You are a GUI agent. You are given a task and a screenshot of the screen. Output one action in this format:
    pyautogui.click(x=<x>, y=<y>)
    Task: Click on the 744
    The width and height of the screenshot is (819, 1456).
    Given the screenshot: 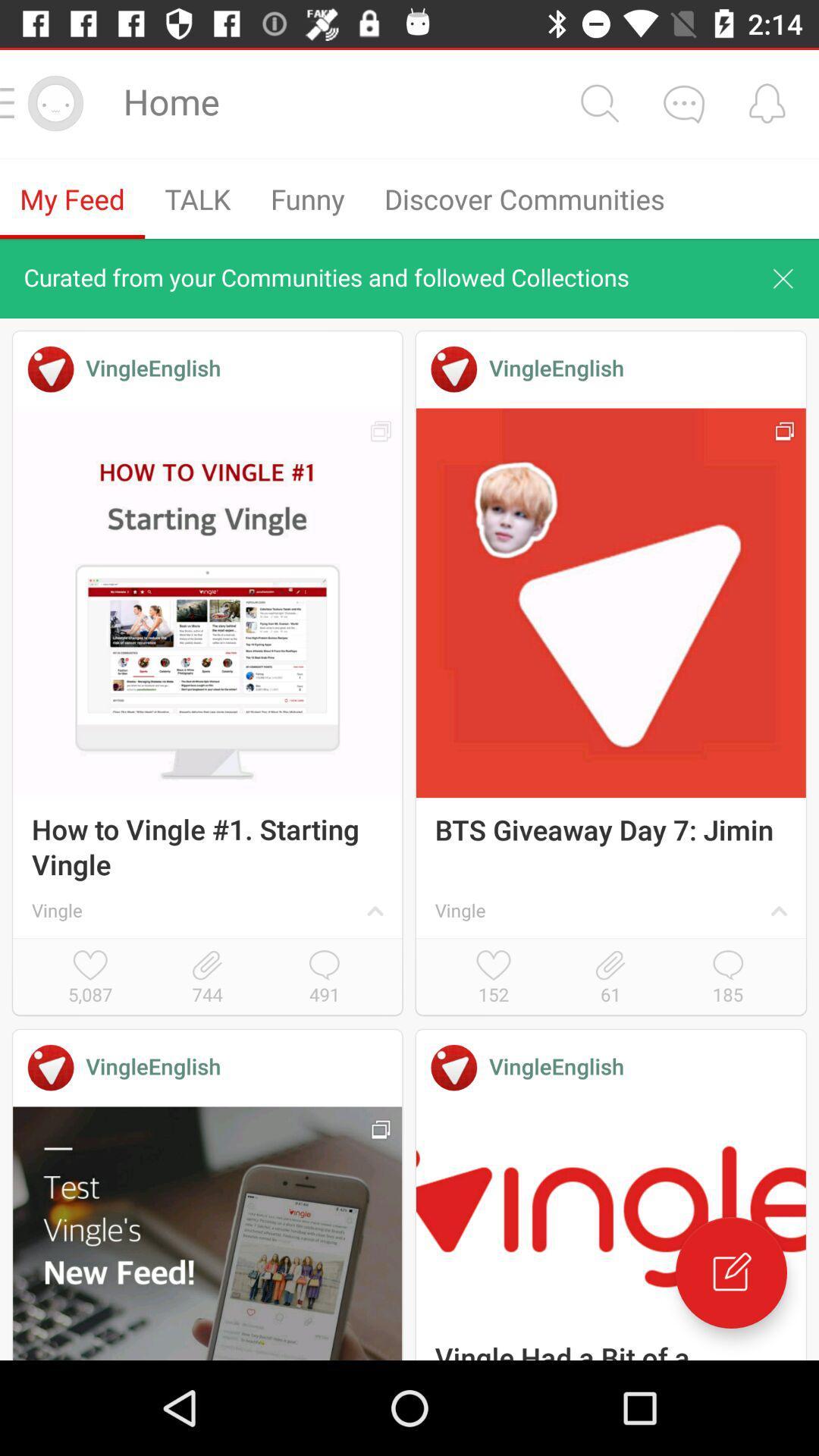 What is the action you would take?
    pyautogui.click(x=207, y=978)
    